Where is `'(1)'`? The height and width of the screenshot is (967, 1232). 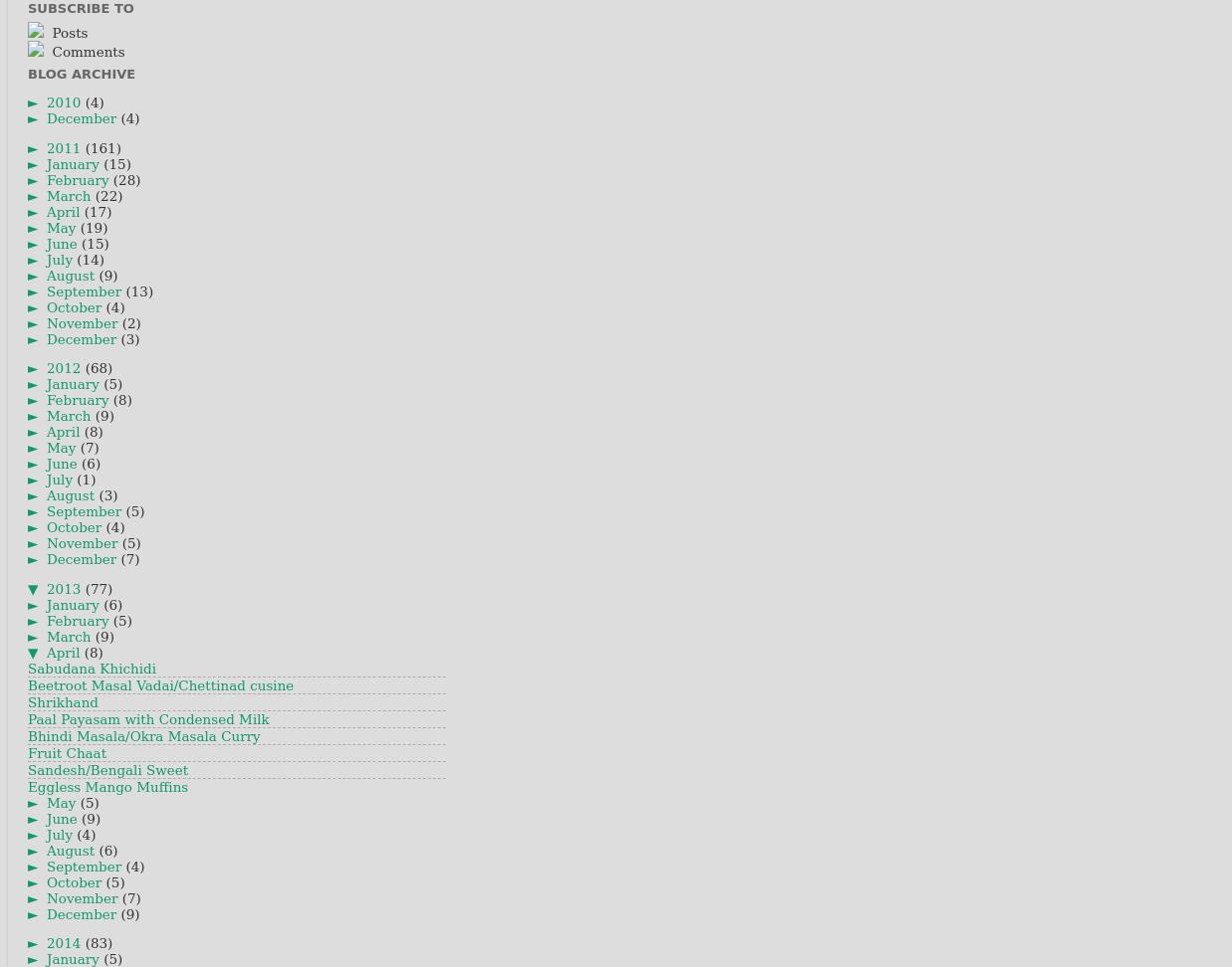 '(1)' is located at coordinates (85, 479).